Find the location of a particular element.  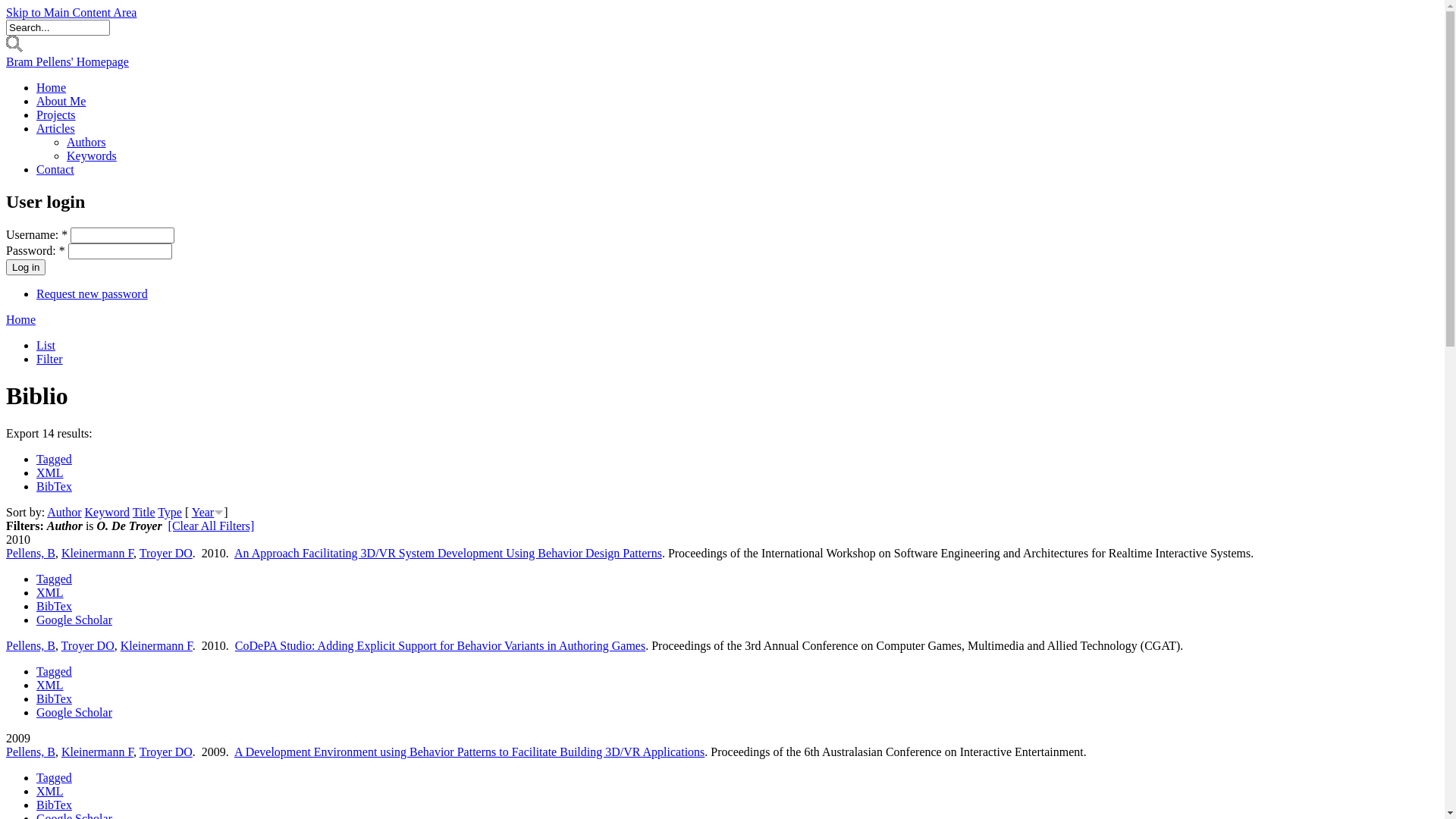

'Year' is located at coordinates (202, 512).